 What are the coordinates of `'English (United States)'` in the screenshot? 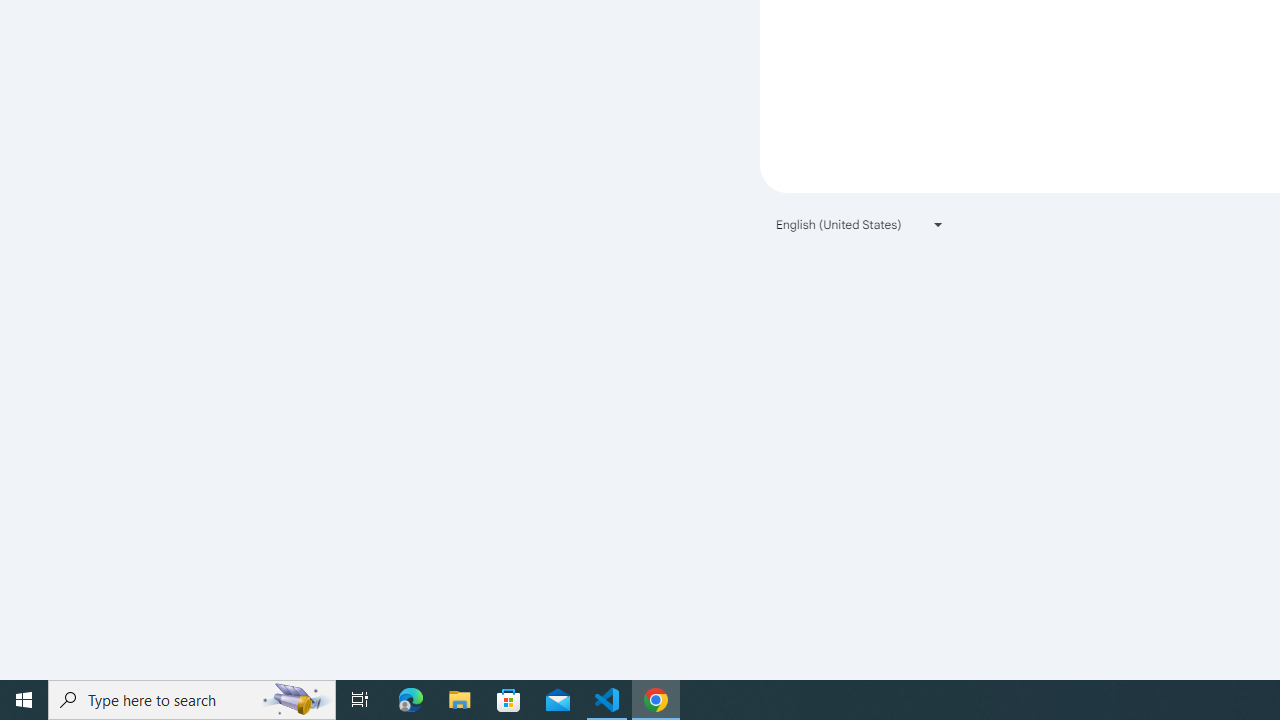 It's located at (860, 224).